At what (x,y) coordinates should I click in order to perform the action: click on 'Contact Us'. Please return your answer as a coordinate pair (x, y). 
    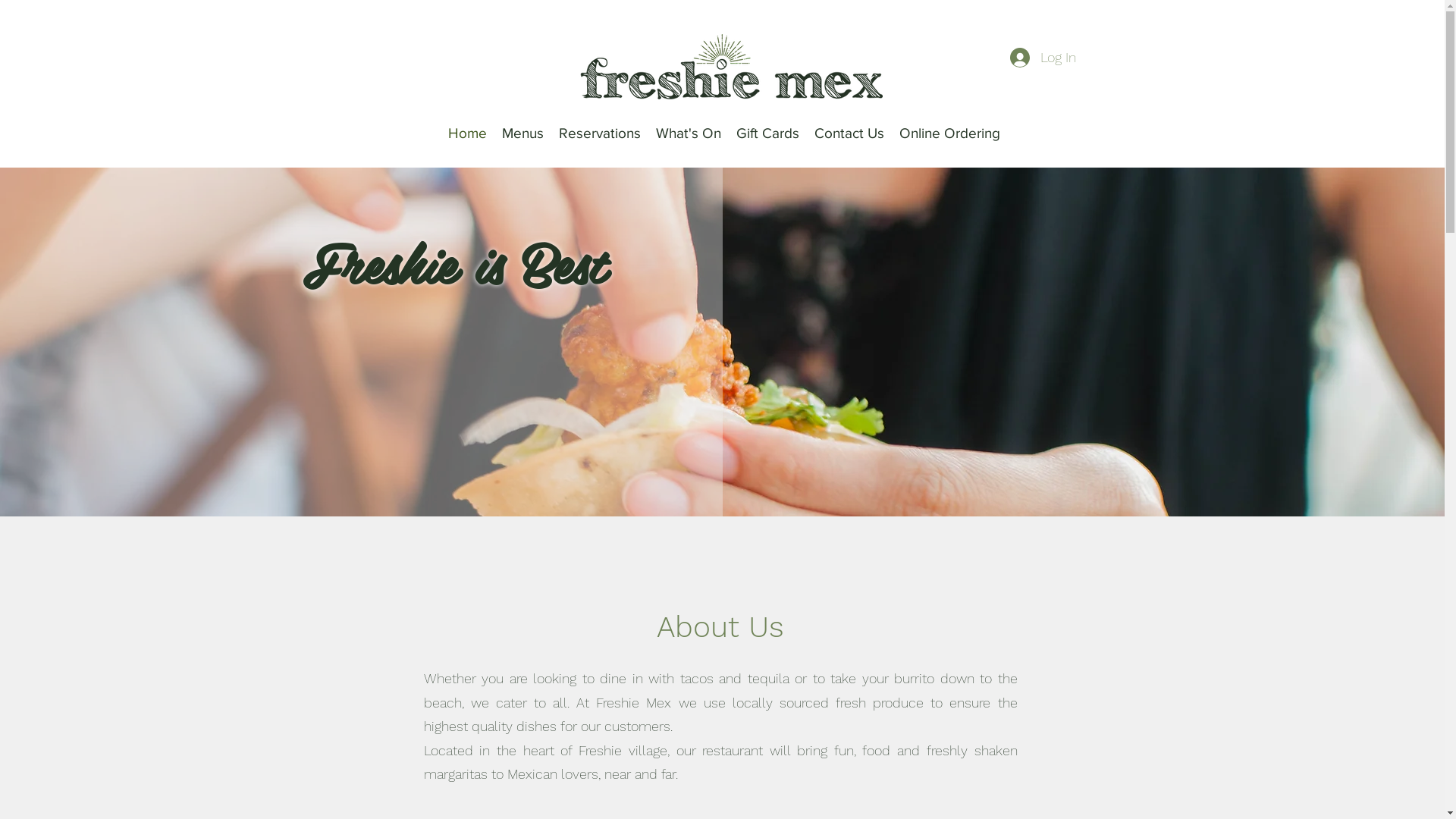
    Looking at the image, I should click on (848, 133).